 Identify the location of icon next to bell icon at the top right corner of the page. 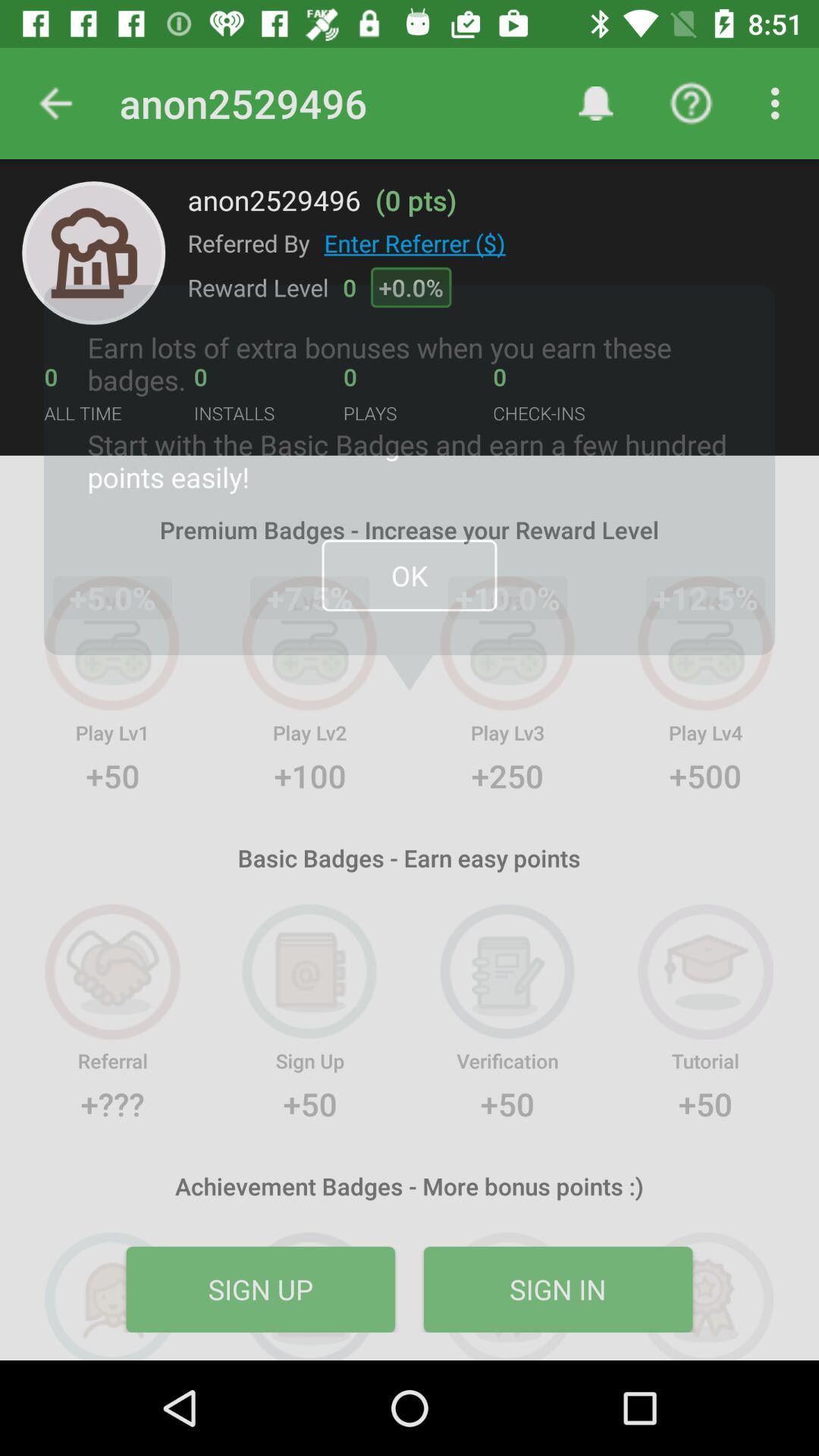
(691, 103).